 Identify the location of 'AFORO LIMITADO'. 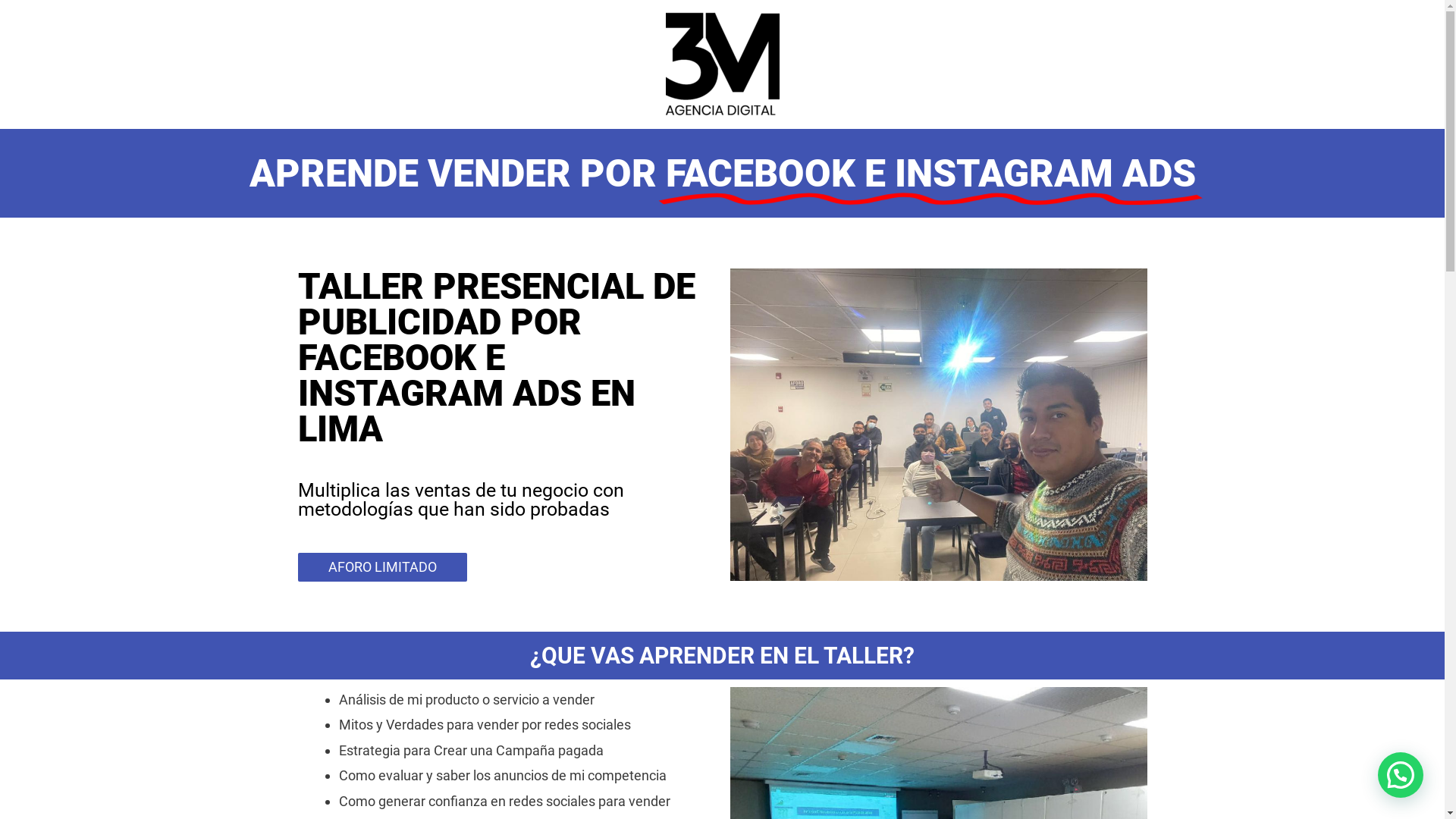
(297, 566).